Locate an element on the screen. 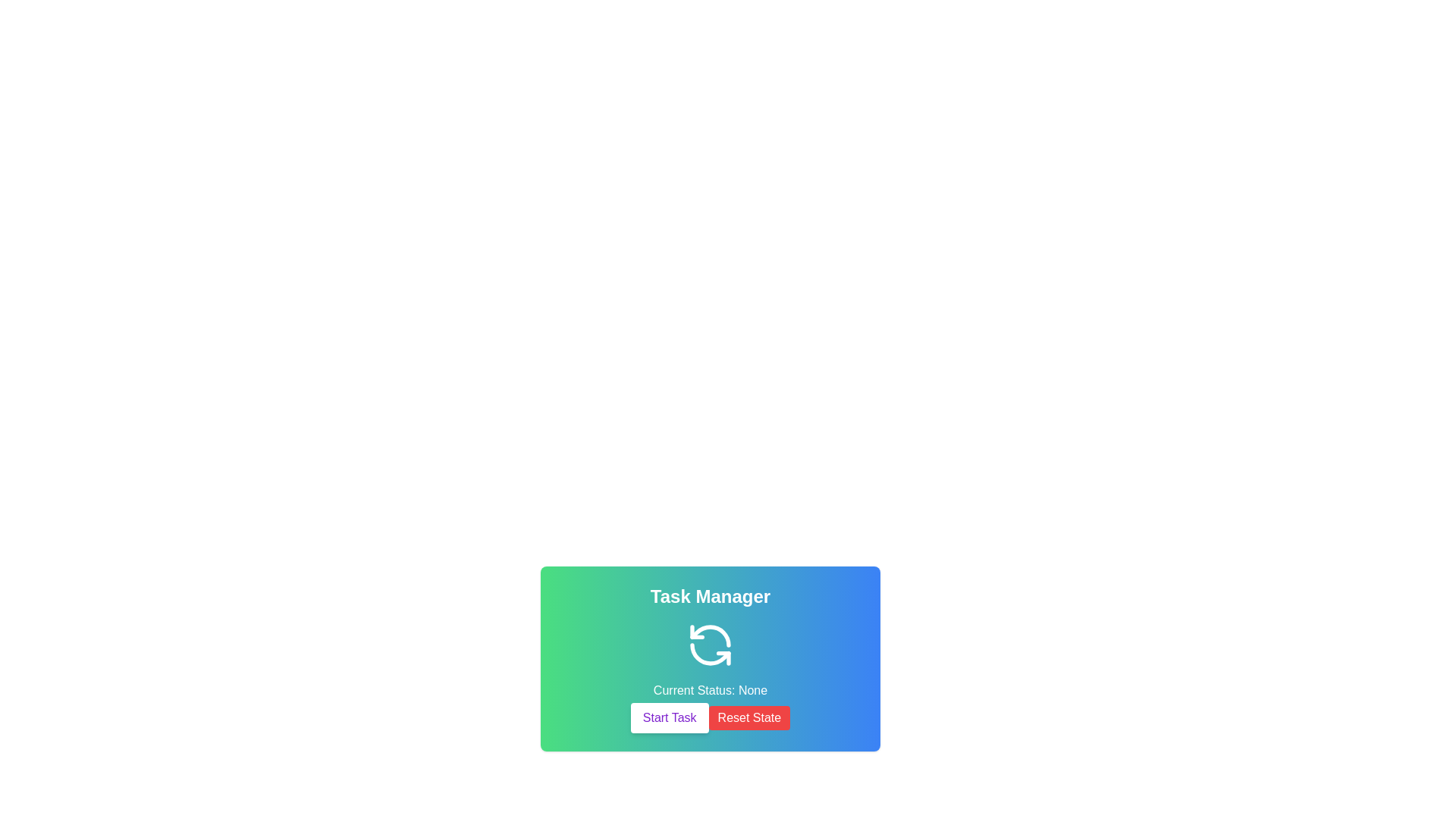 This screenshot has height=819, width=1456. the Text label that displays the current status of a task or process, which is centrally located above the horizontal button group is located at coordinates (709, 690).